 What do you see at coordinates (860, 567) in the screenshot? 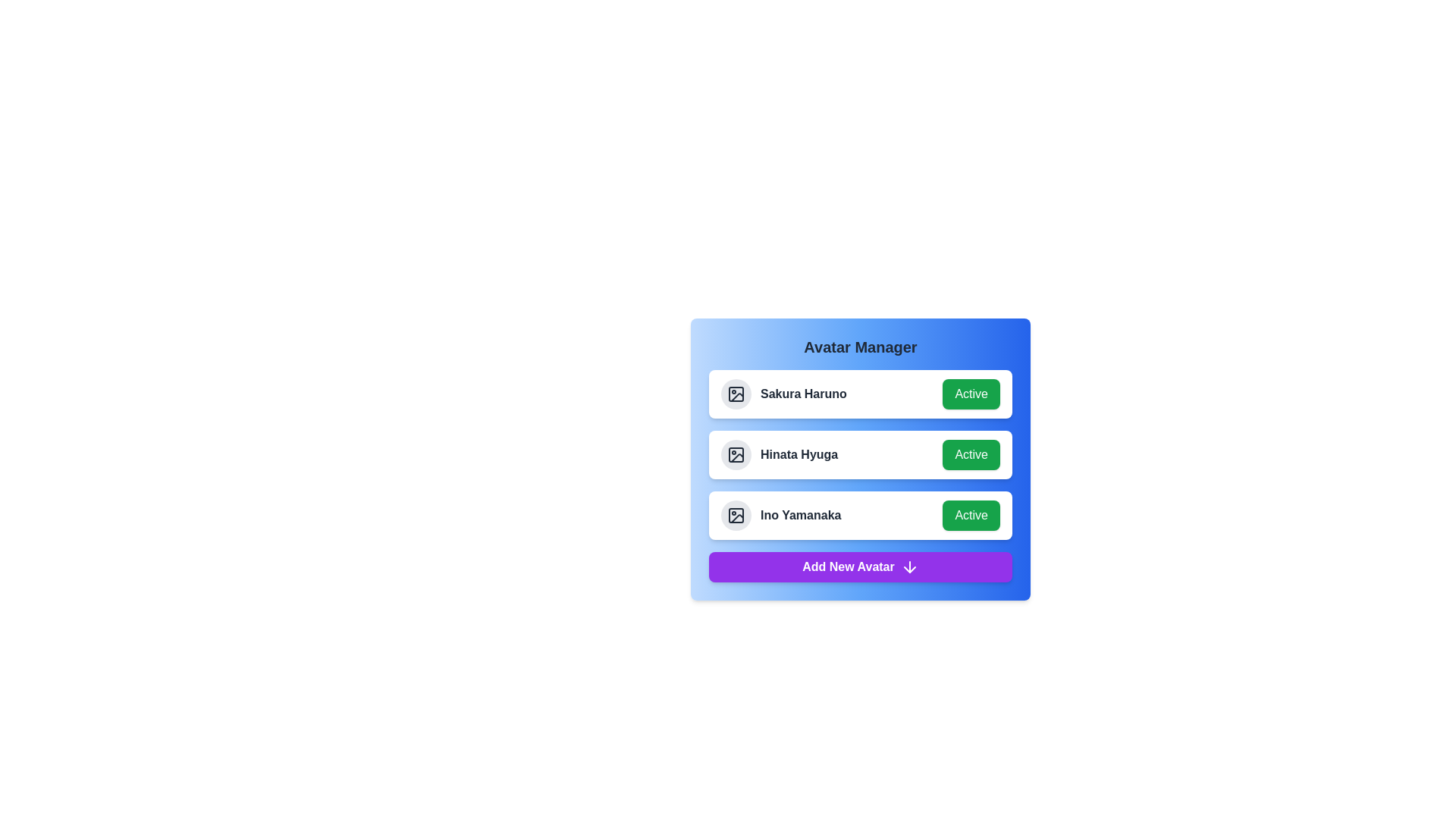
I see `the 'Add New Avatar' button, which is a bright purple rectangular button located at the bottom of the Avatar Manager panel` at bounding box center [860, 567].